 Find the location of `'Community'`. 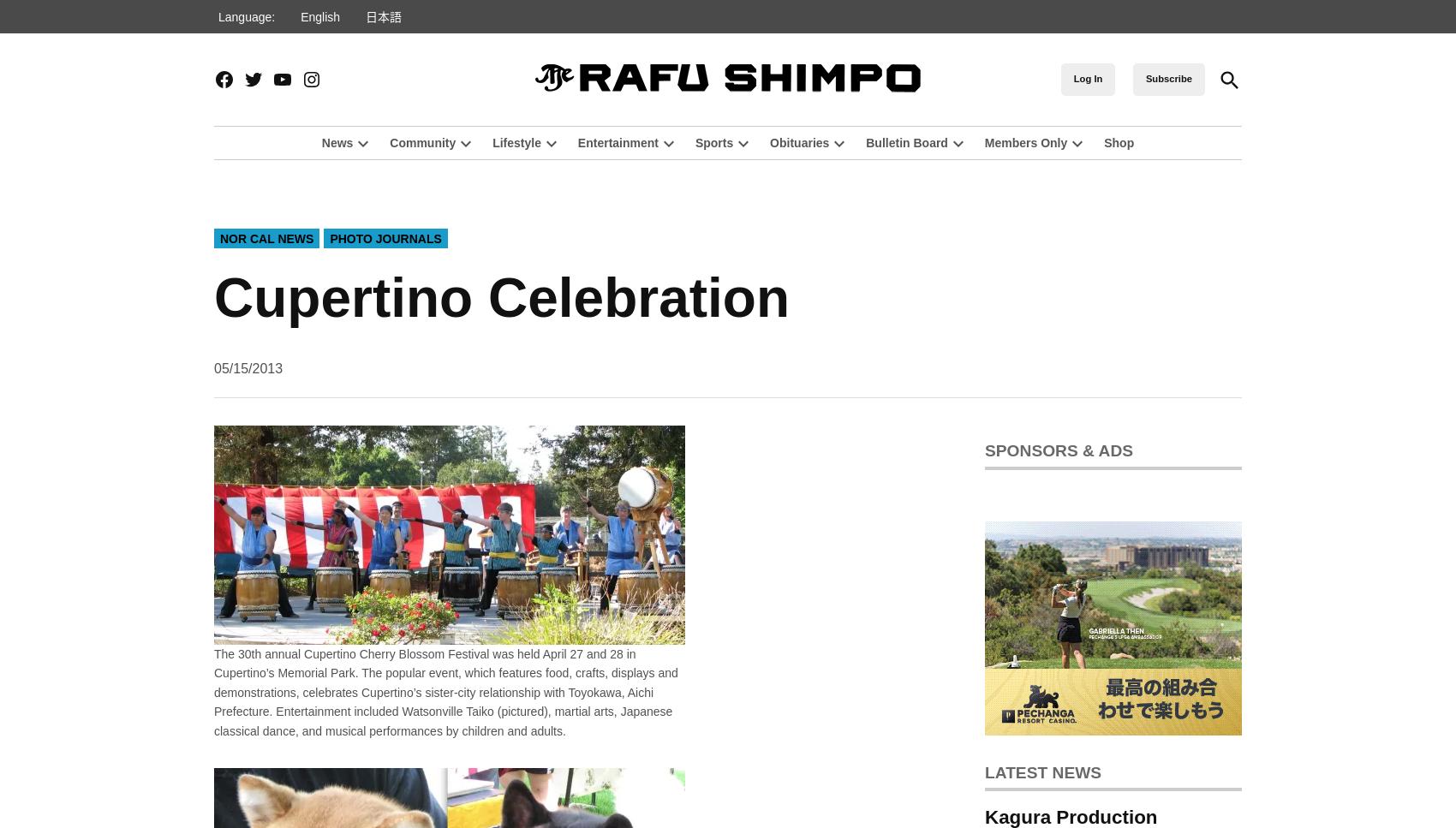

'Community' is located at coordinates (422, 142).